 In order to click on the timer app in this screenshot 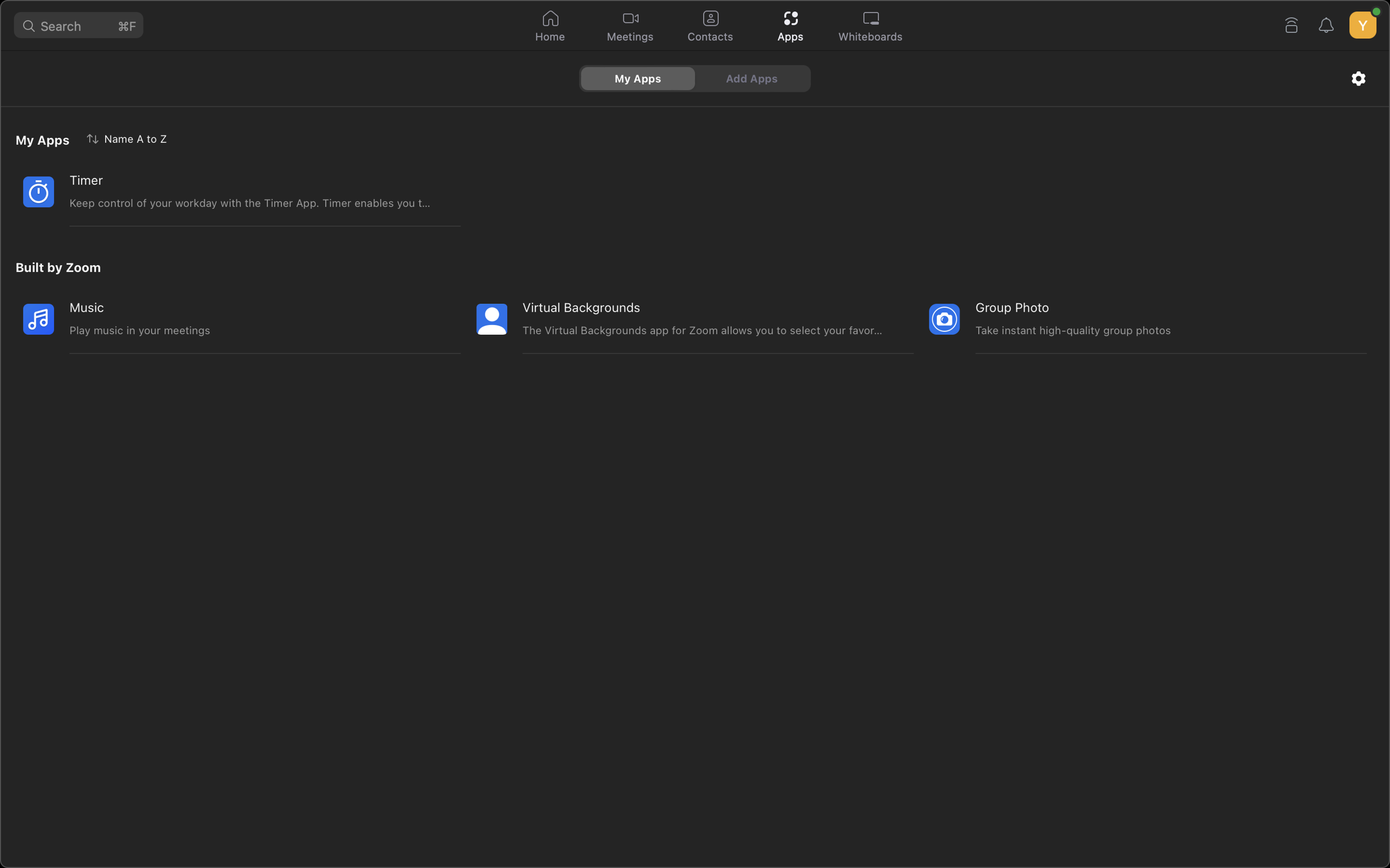, I will do `click(224, 191)`.